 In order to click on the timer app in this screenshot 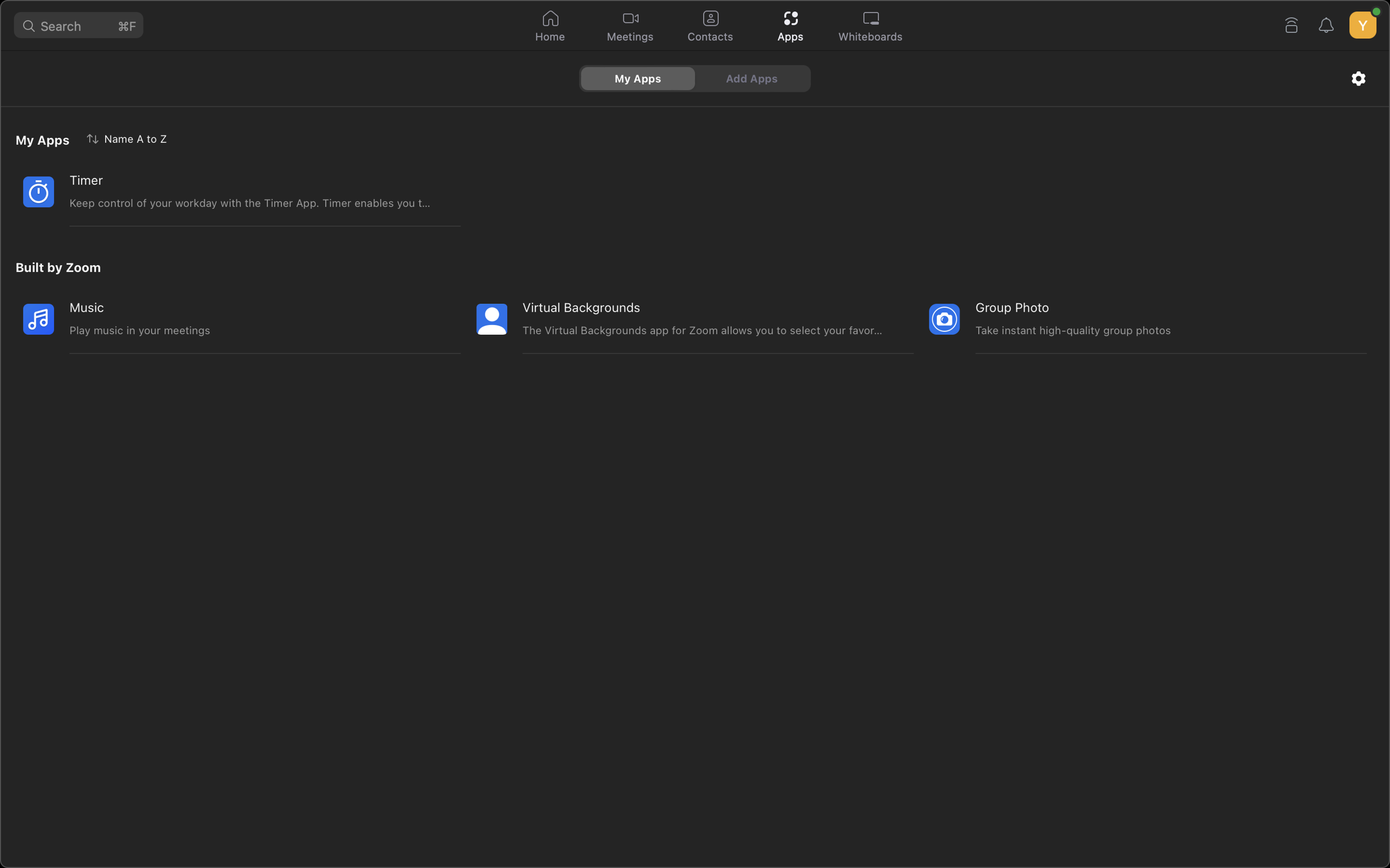, I will do `click(224, 191)`.